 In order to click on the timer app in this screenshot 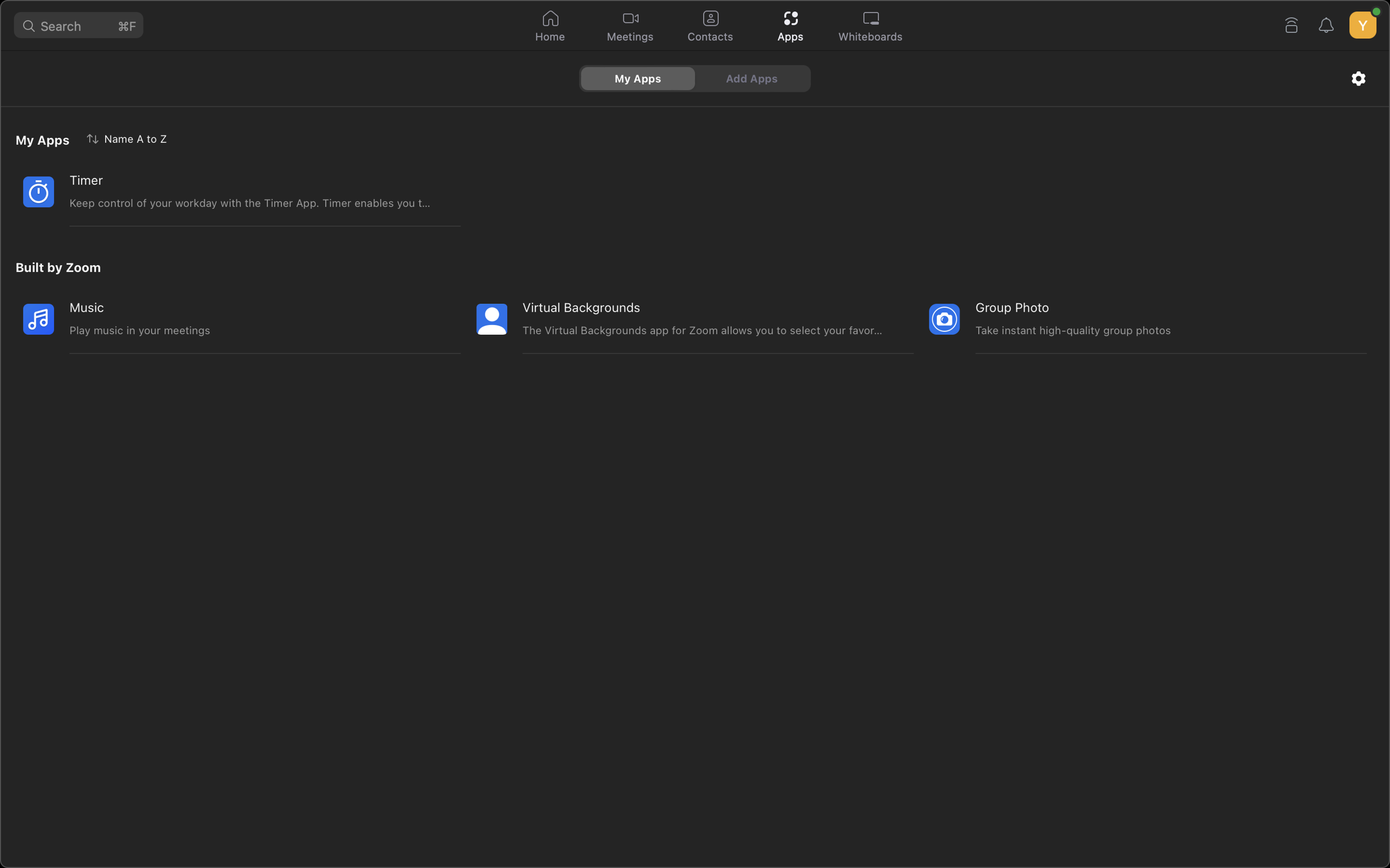, I will do `click(224, 191)`.